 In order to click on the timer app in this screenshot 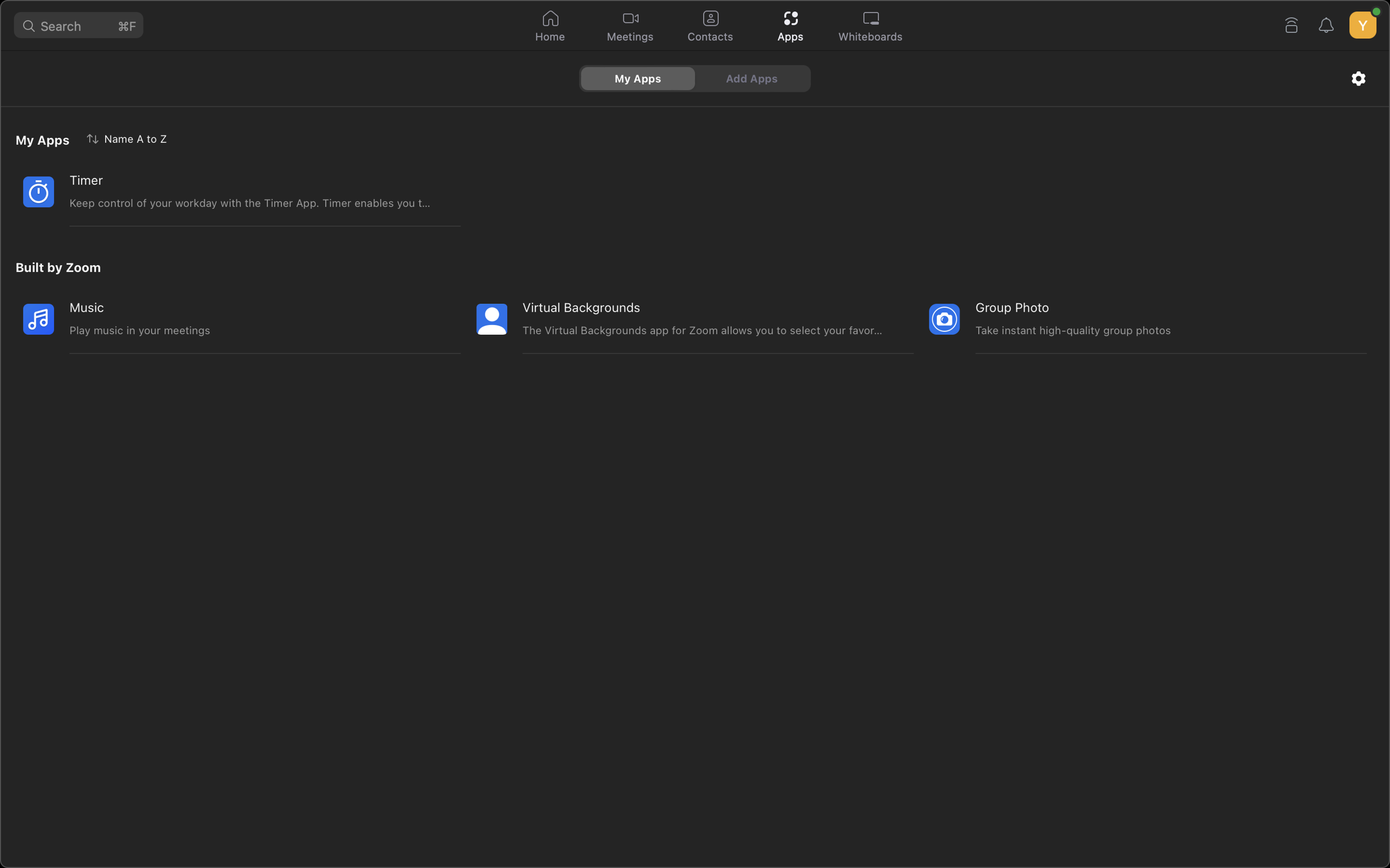, I will do `click(224, 191)`.